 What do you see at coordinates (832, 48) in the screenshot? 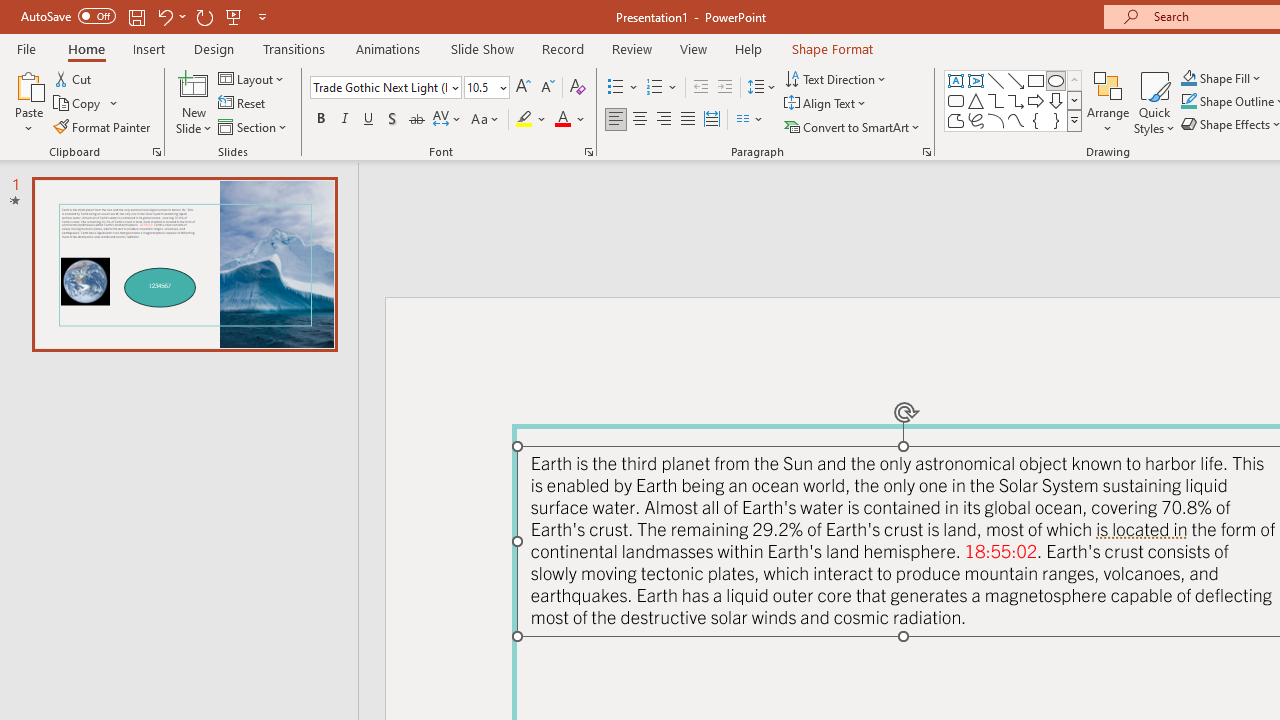
I see `'Shape Format'` at bounding box center [832, 48].